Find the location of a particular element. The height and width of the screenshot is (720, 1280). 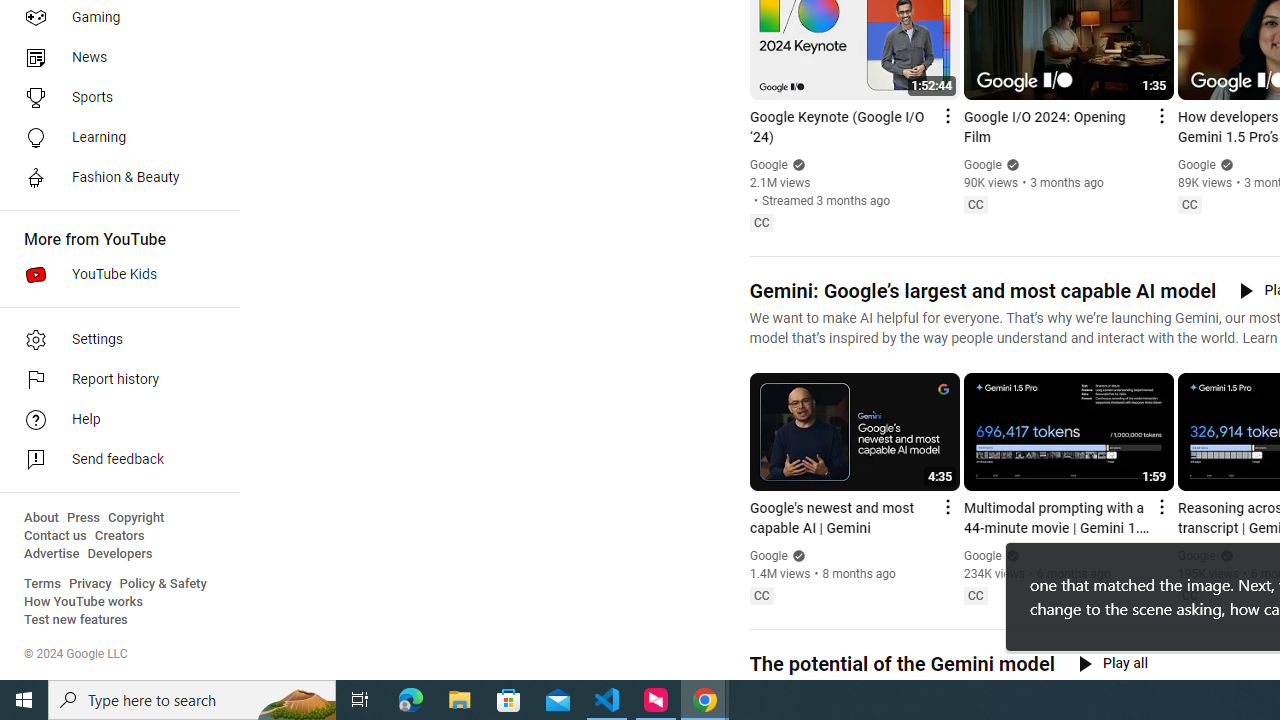

'Play all' is located at coordinates (1112, 663).